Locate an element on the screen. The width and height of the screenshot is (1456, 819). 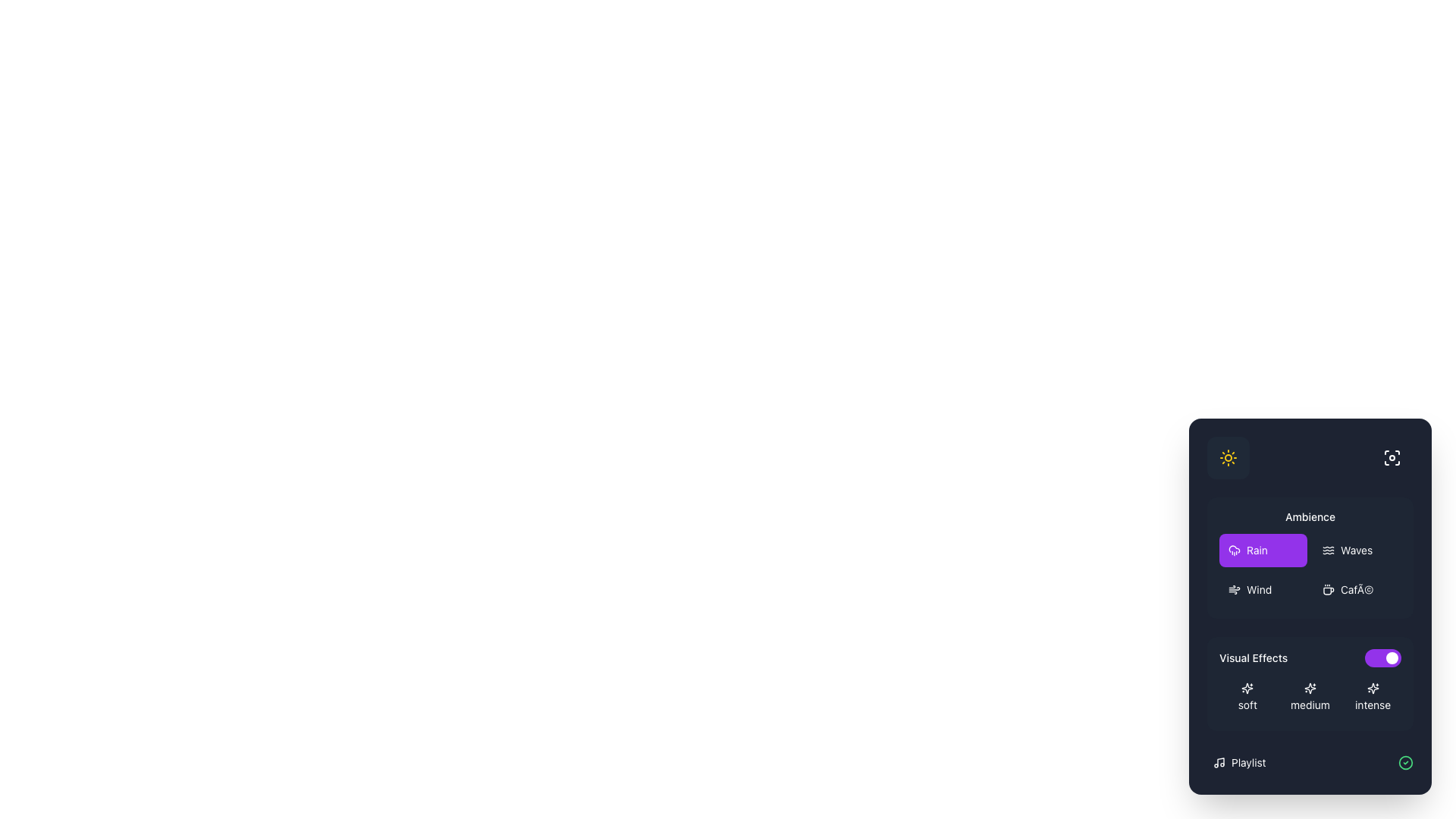
the button in the top-right corner of the panel that is likely related to recording or focusing functionality is located at coordinates (1392, 457).